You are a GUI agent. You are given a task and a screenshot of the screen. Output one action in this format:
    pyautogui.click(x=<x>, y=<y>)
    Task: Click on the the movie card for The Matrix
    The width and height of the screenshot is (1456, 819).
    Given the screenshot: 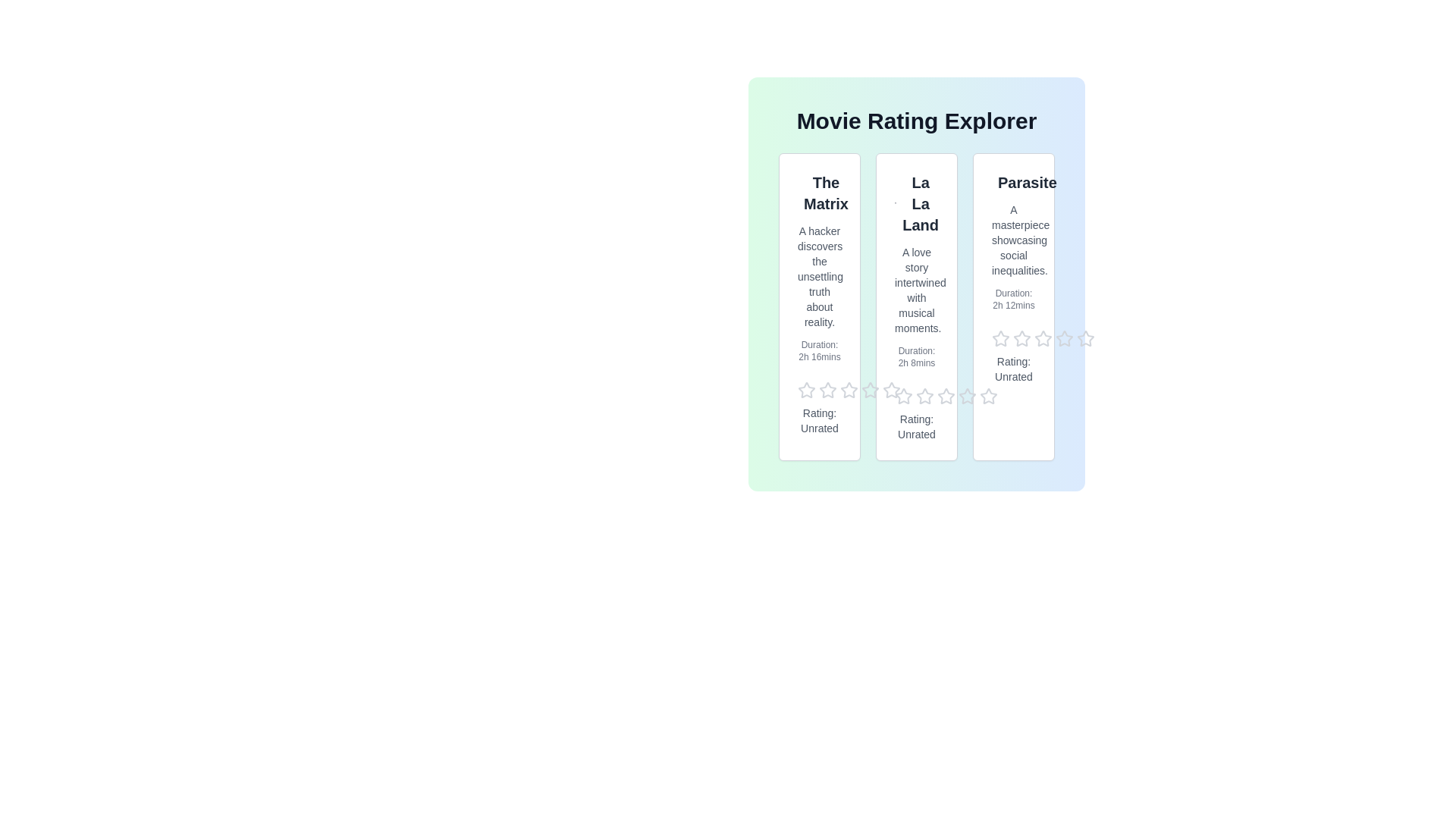 What is the action you would take?
    pyautogui.click(x=818, y=307)
    